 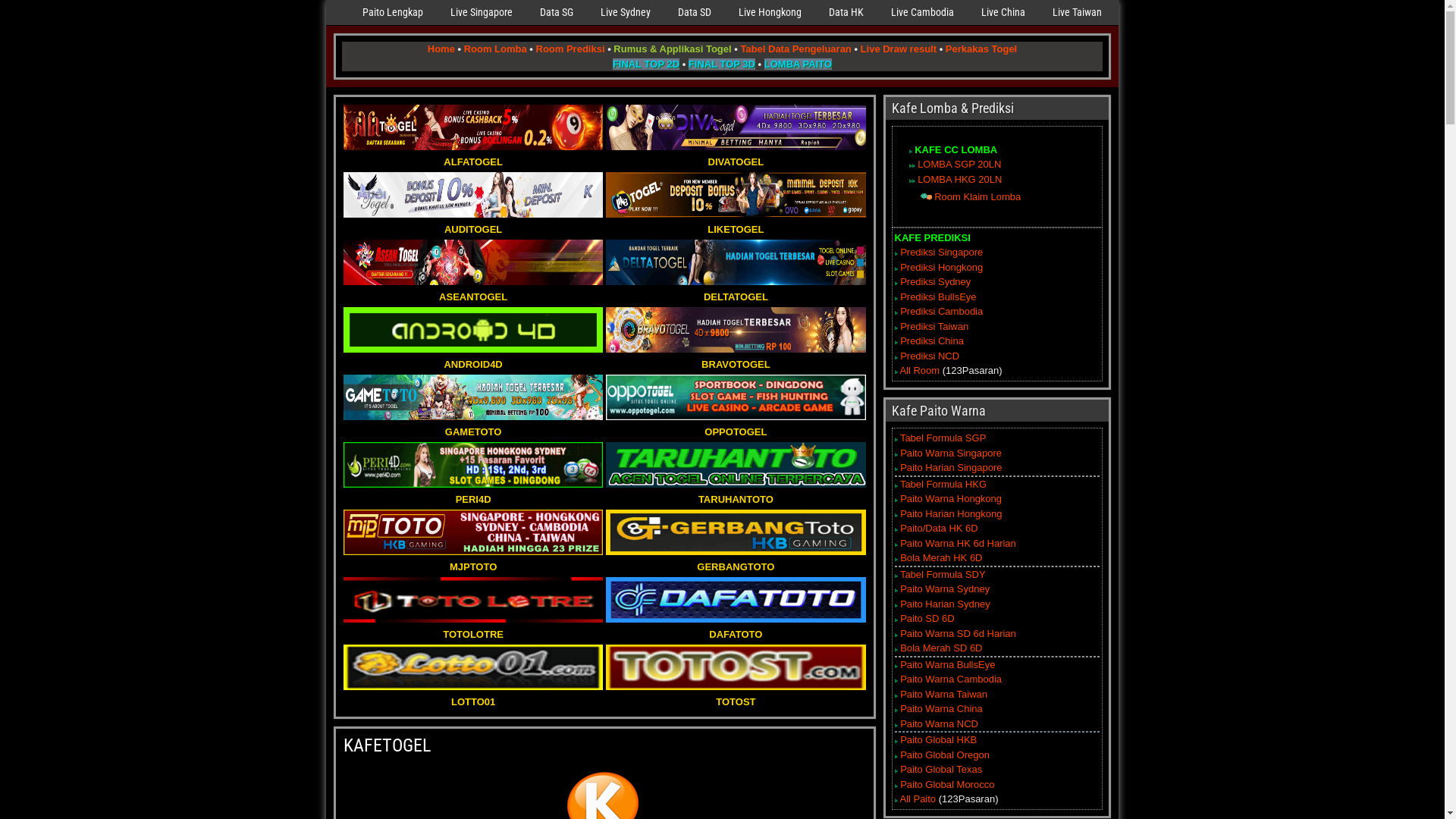 I want to click on 'Live Sydney', so click(x=626, y=12).